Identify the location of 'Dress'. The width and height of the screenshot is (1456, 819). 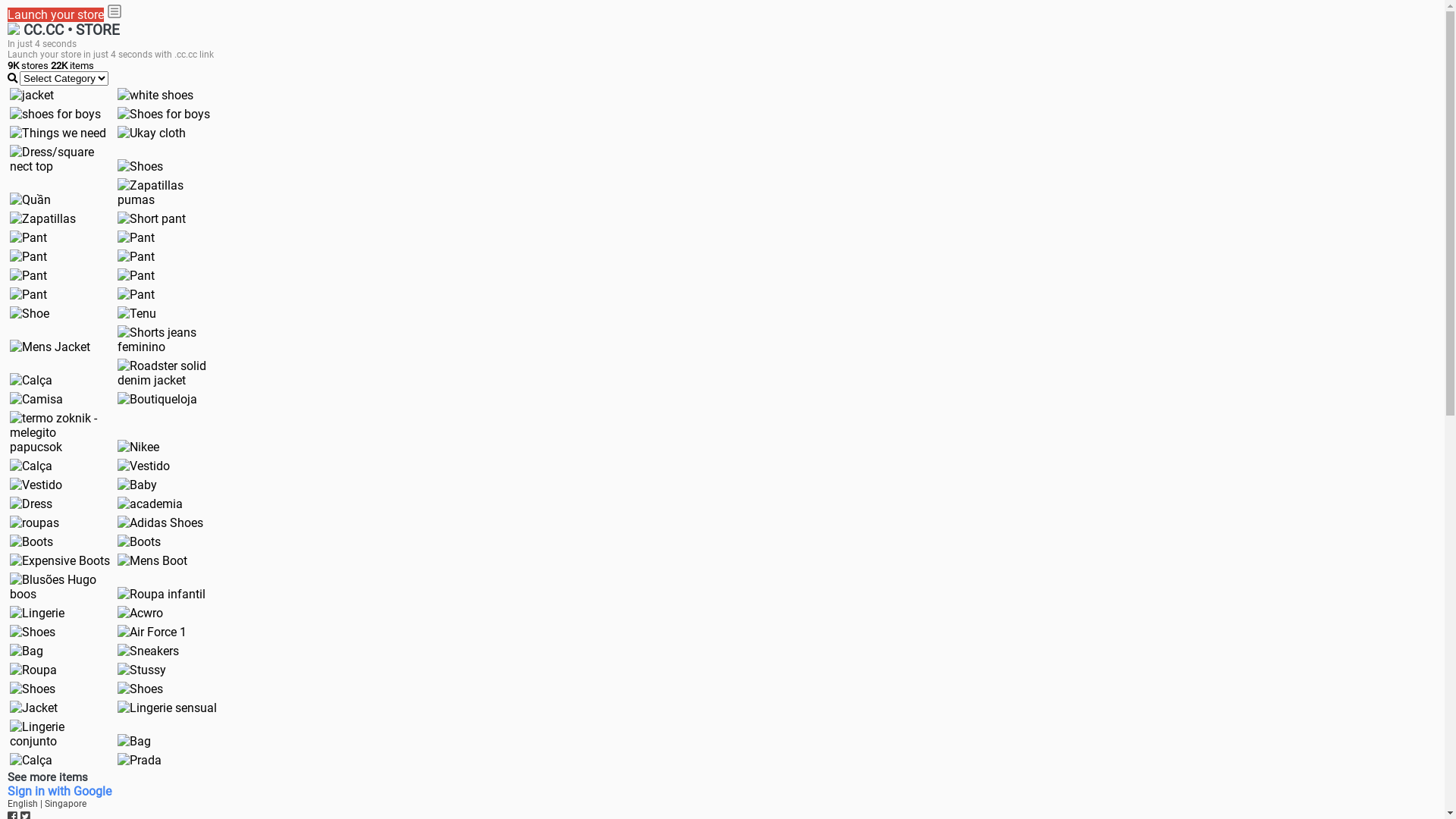
(31, 504).